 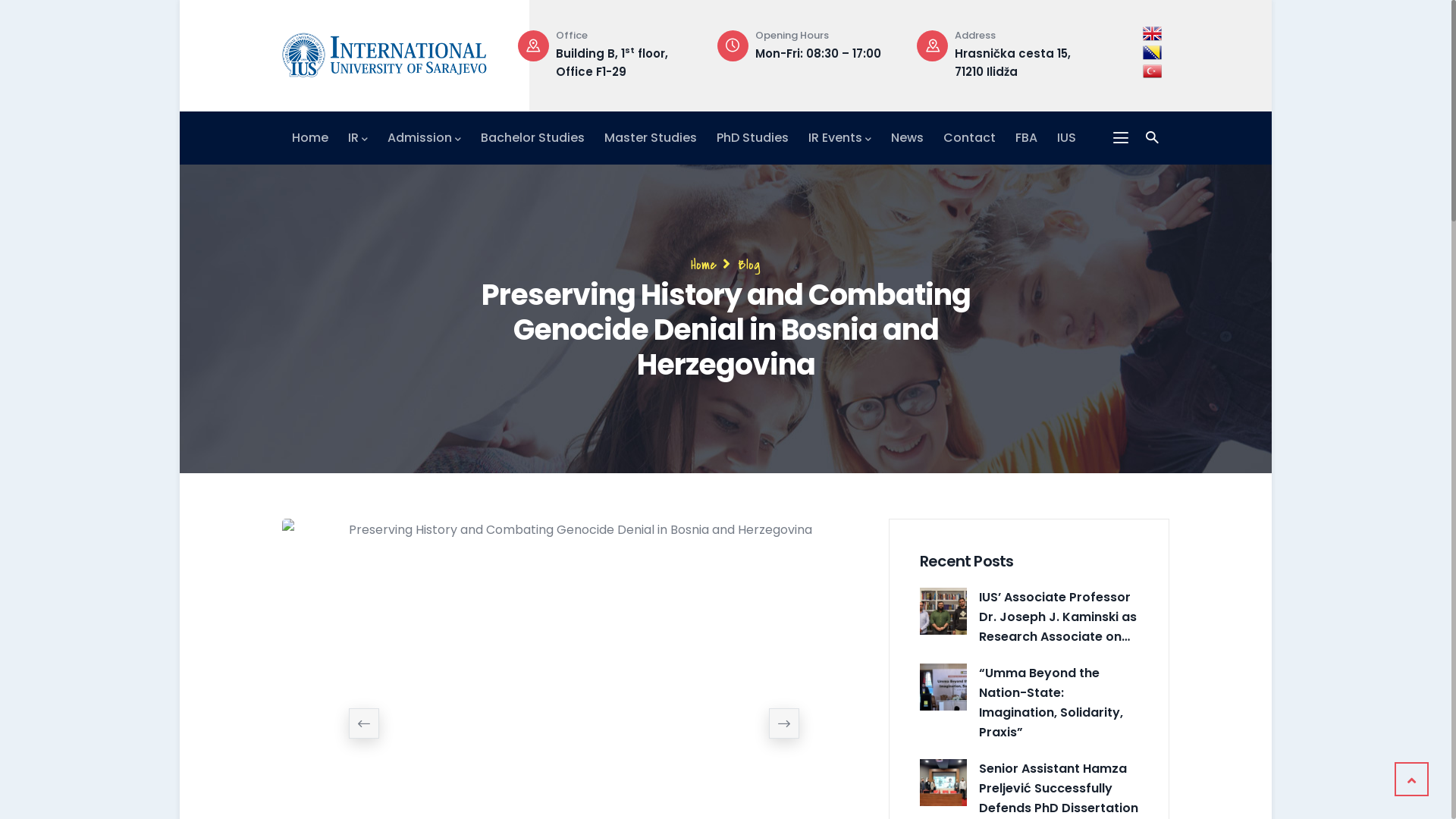 What do you see at coordinates (1143, 33) in the screenshot?
I see `'Engleski'` at bounding box center [1143, 33].